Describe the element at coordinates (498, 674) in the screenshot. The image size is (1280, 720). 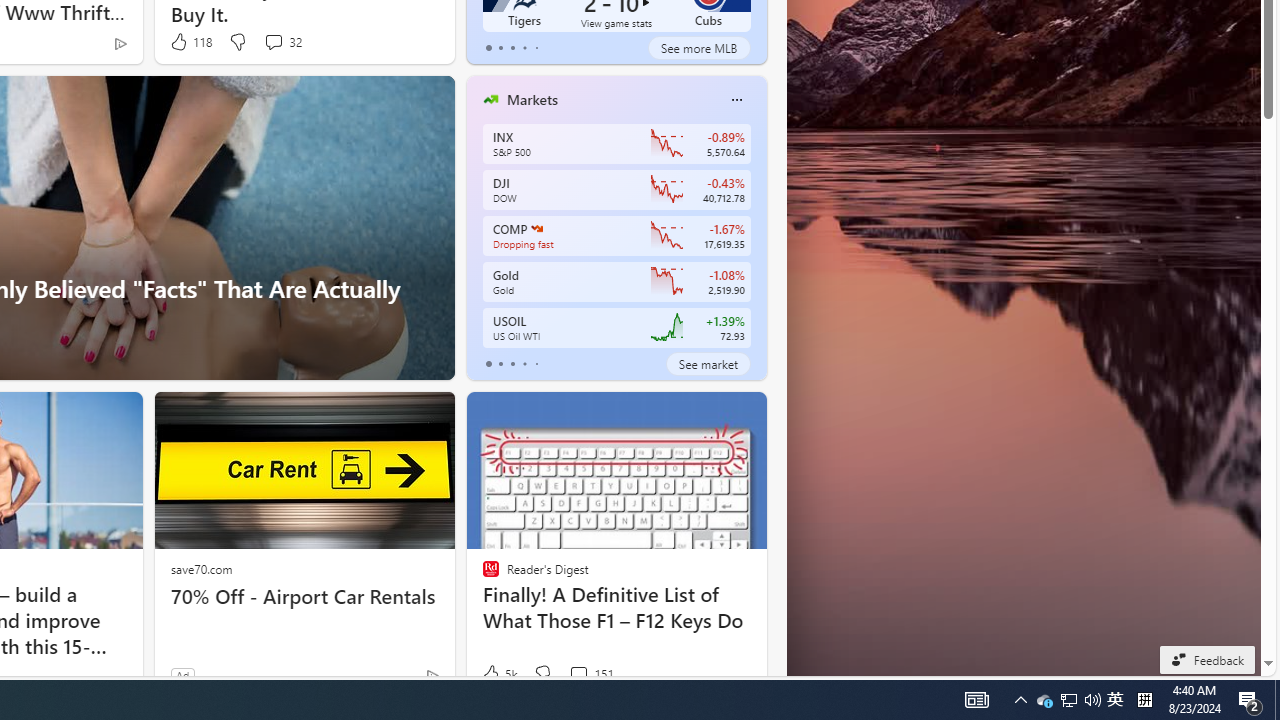
I see `'5k Like'` at that location.